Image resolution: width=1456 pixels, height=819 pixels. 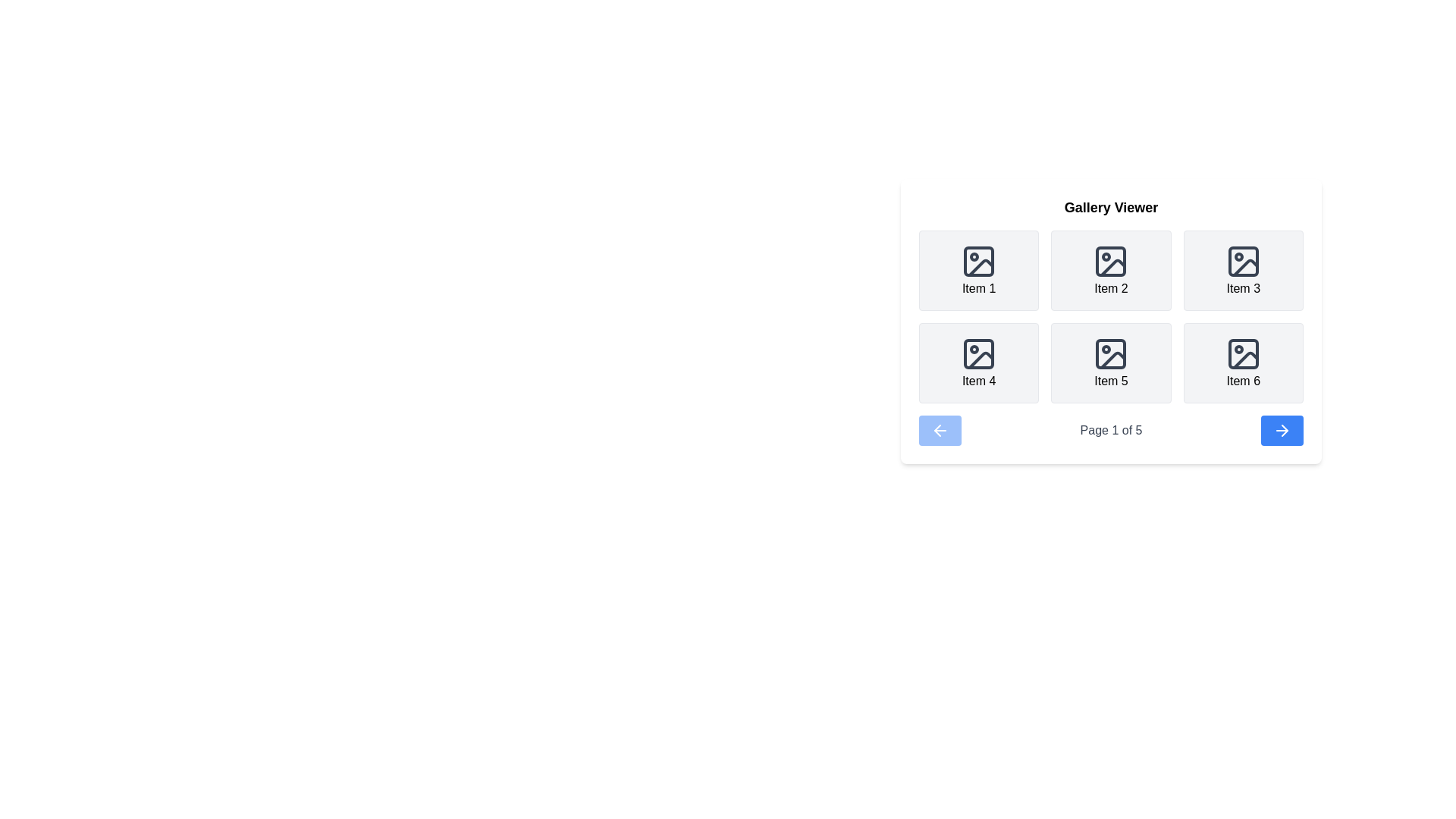 I want to click on the decorative rectangle with rounded corners located in the top-left corner of the image icon in the gallery viewer interface, so click(x=979, y=260).